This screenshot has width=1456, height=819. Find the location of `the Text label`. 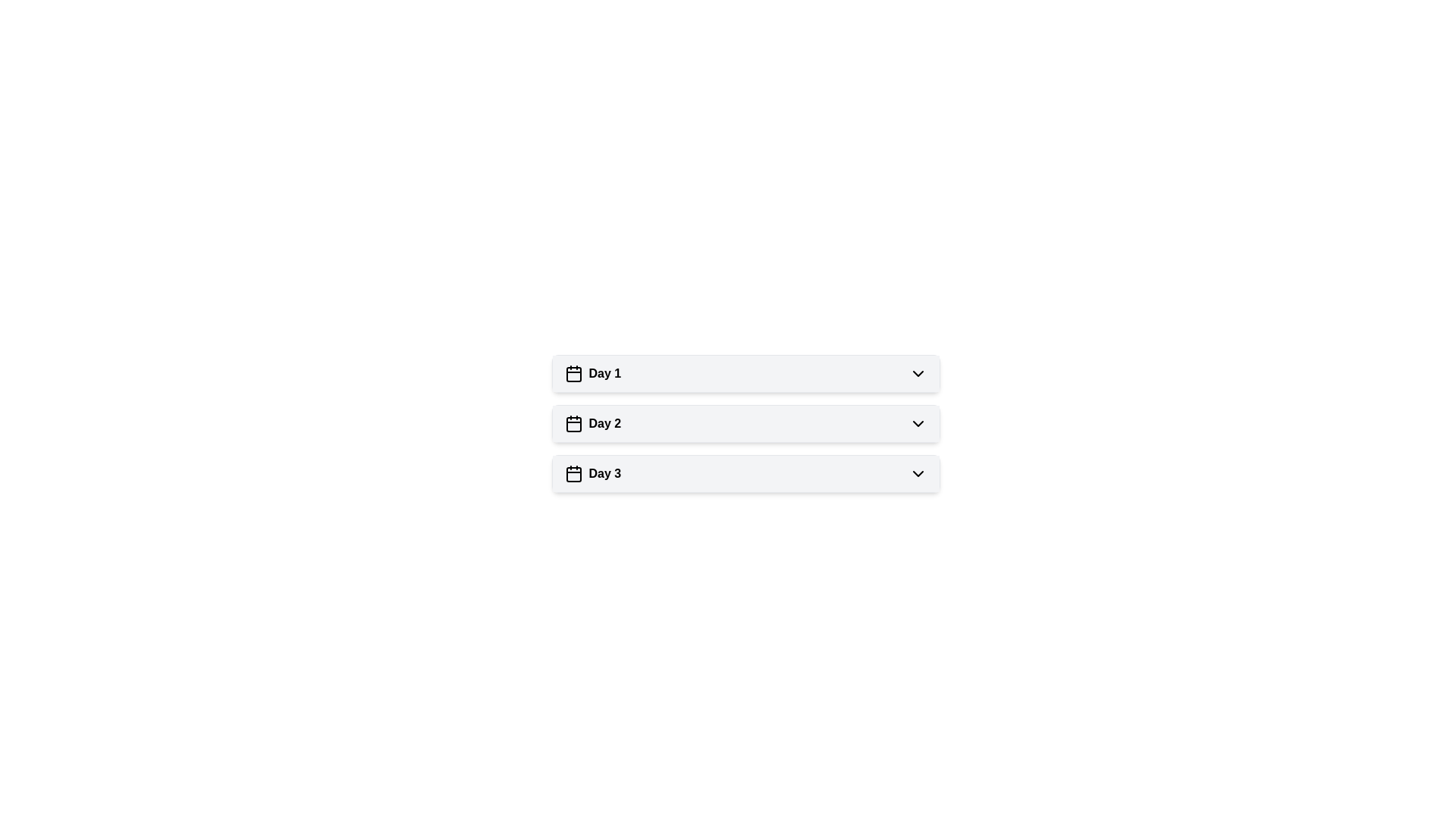

the Text label is located at coordinates (604, 424).